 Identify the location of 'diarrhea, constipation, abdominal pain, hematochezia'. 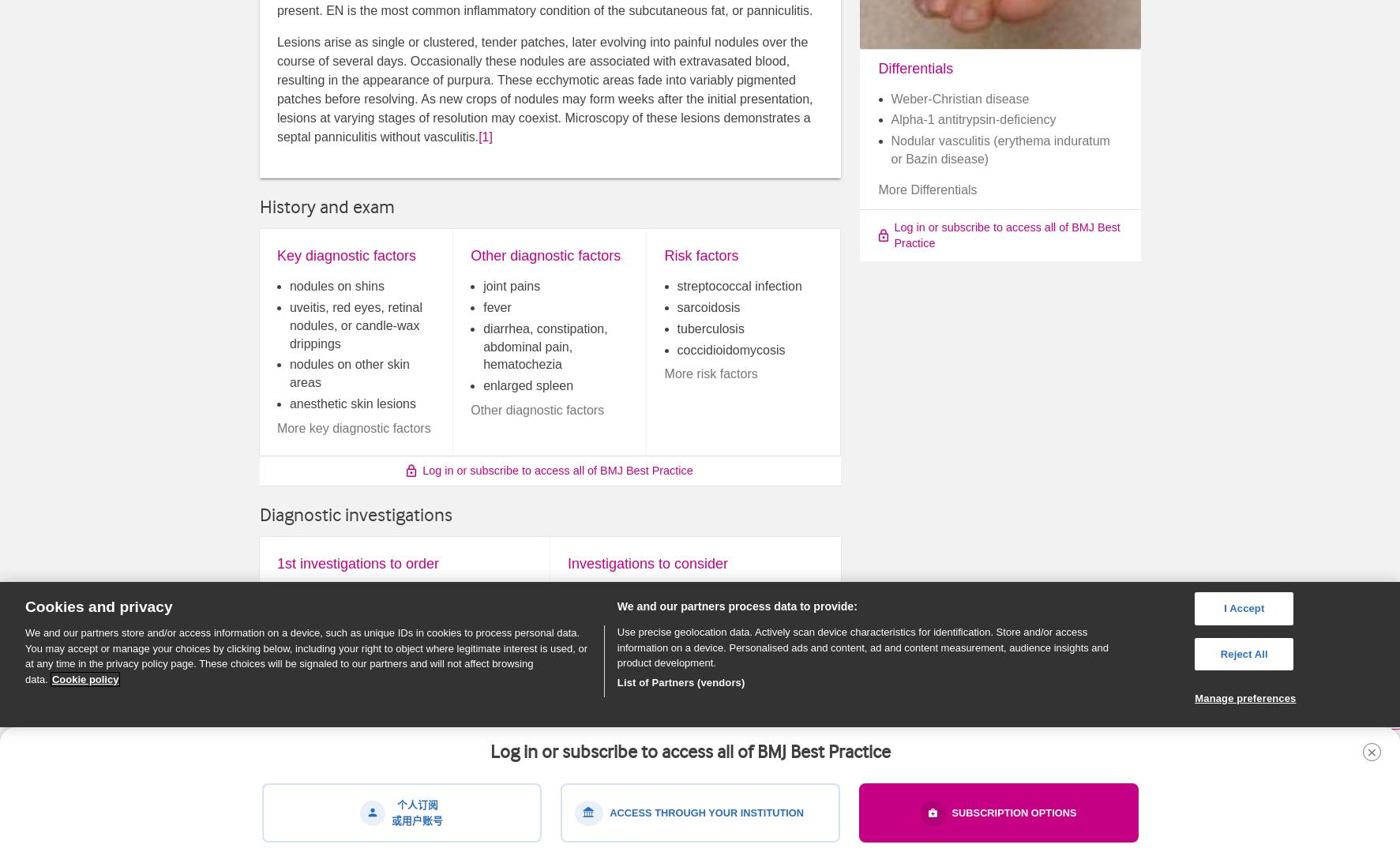
(545, 346).